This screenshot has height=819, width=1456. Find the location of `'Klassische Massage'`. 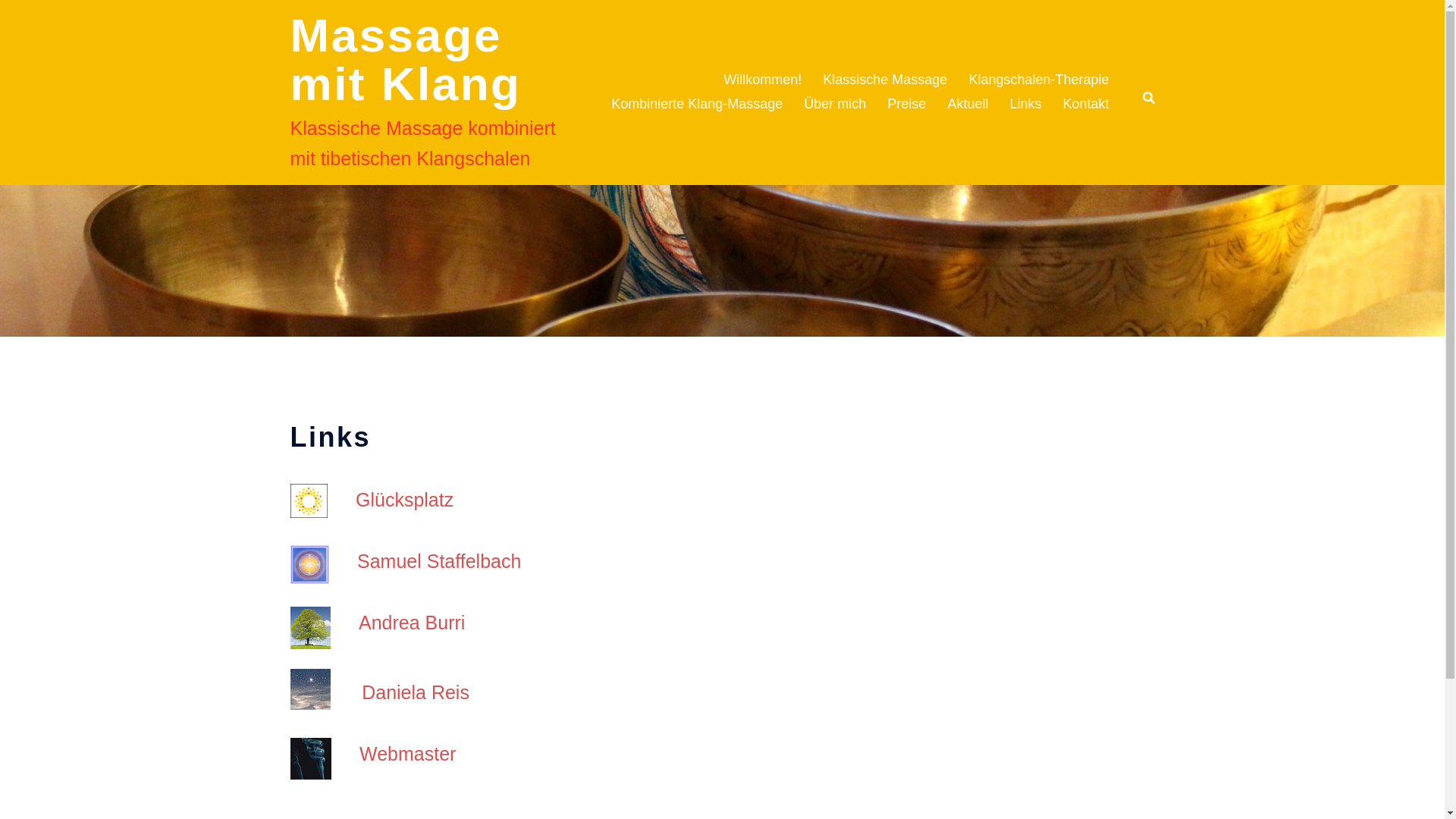

'Klassische Massage' is located at coordinates (821, 80).